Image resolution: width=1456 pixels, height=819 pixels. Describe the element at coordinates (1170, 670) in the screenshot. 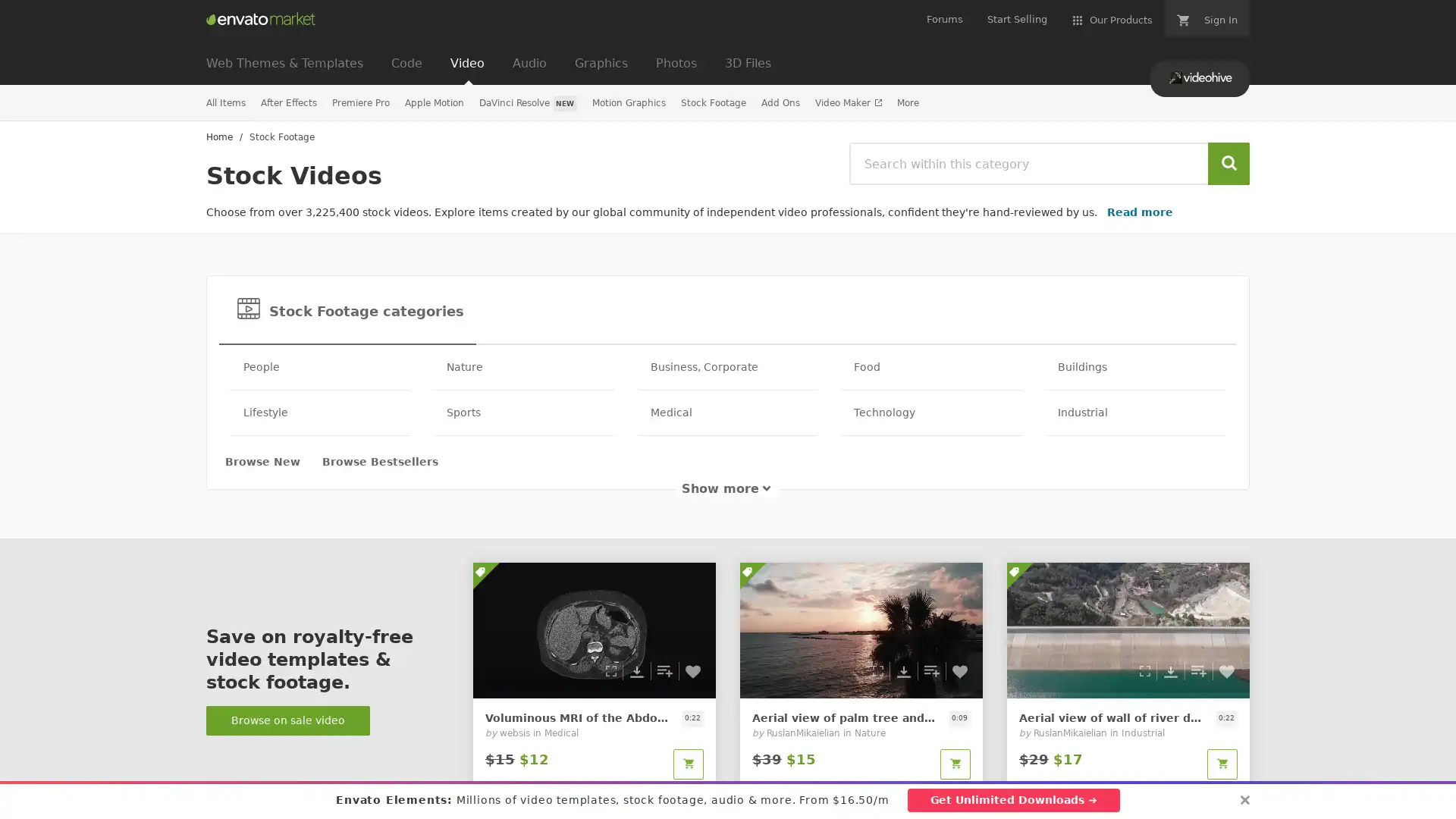

I see `Download preview` at that location.